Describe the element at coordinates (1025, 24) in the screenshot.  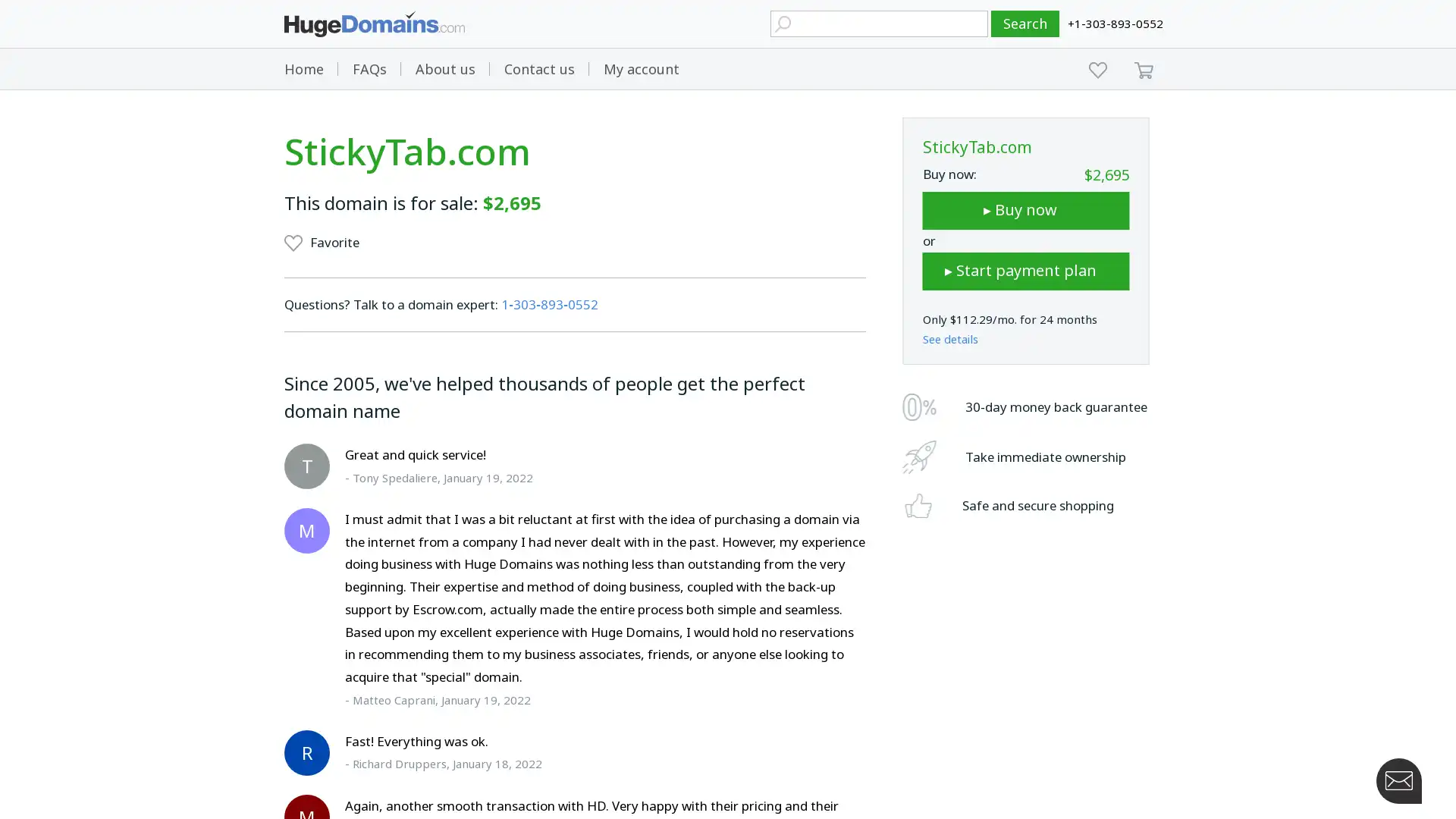
I see `Search` at that location.